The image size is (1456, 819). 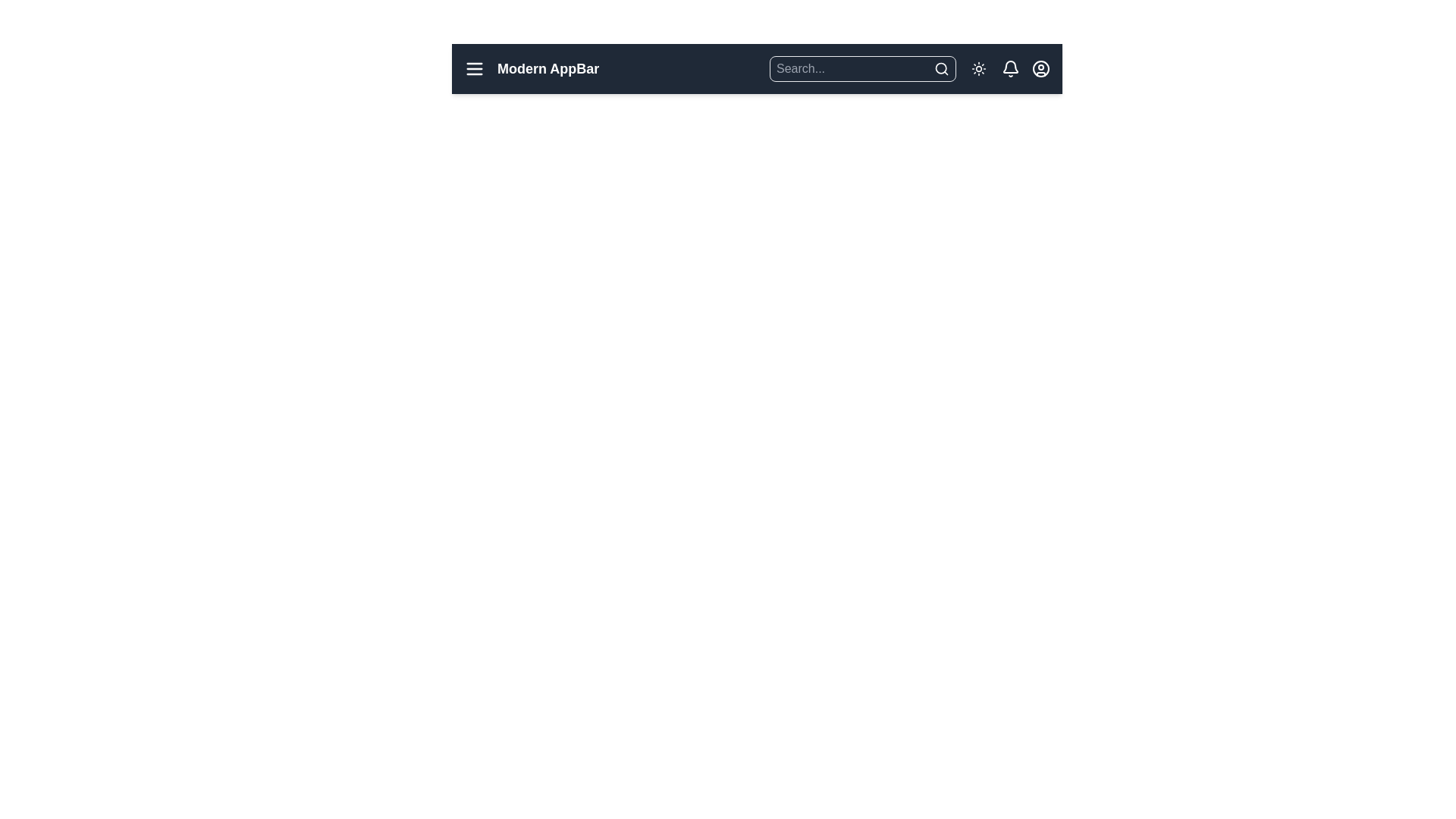 I want to click on the search bar input field to focus it for text entry, so click(x=852, y=69).